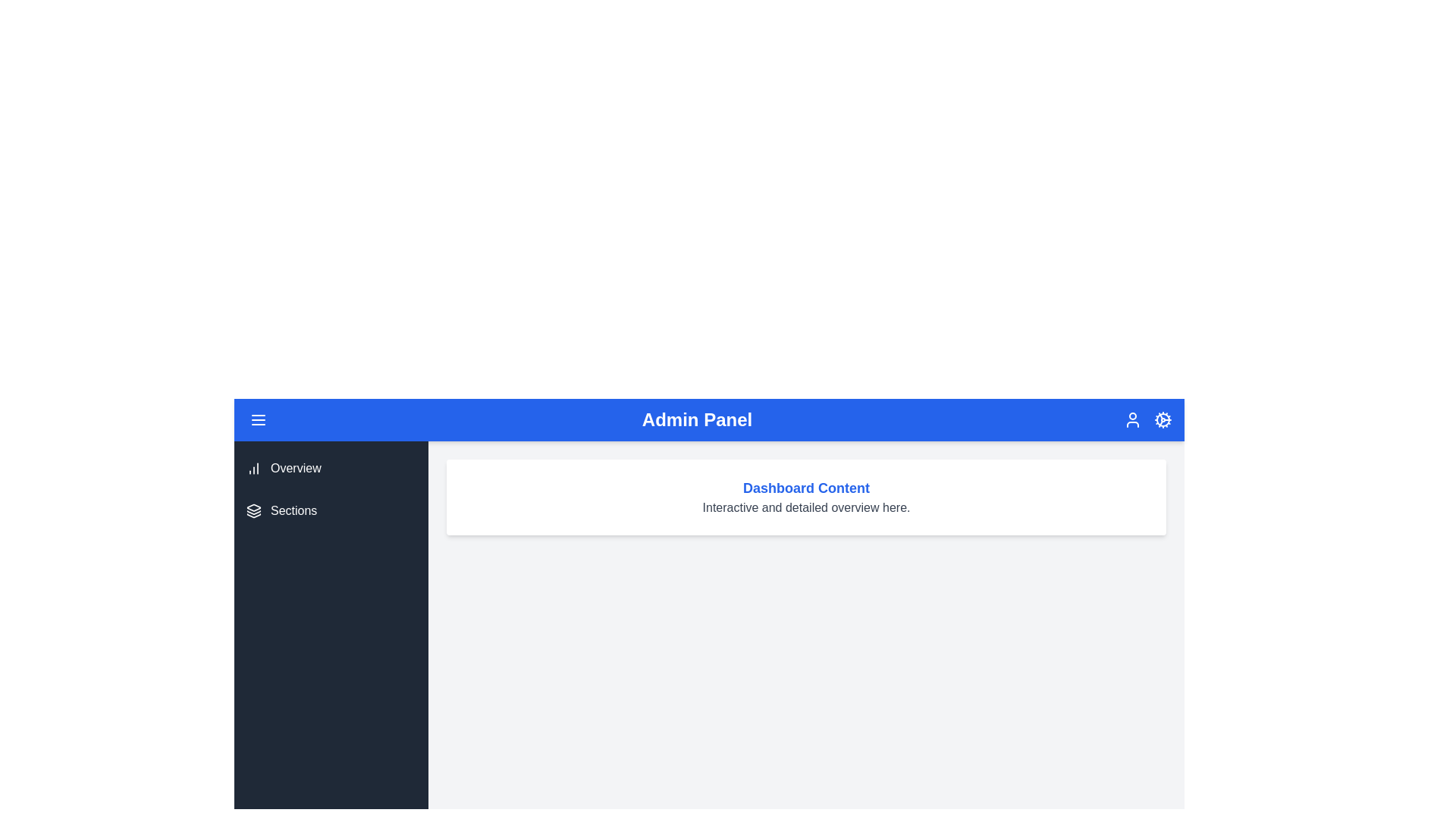 The image size is (1456, 819). What do you see at coordinates (330, 467) in the screenshot?
I see `the menu item Overview to preview its interaction` at bounding box center [330, 467].